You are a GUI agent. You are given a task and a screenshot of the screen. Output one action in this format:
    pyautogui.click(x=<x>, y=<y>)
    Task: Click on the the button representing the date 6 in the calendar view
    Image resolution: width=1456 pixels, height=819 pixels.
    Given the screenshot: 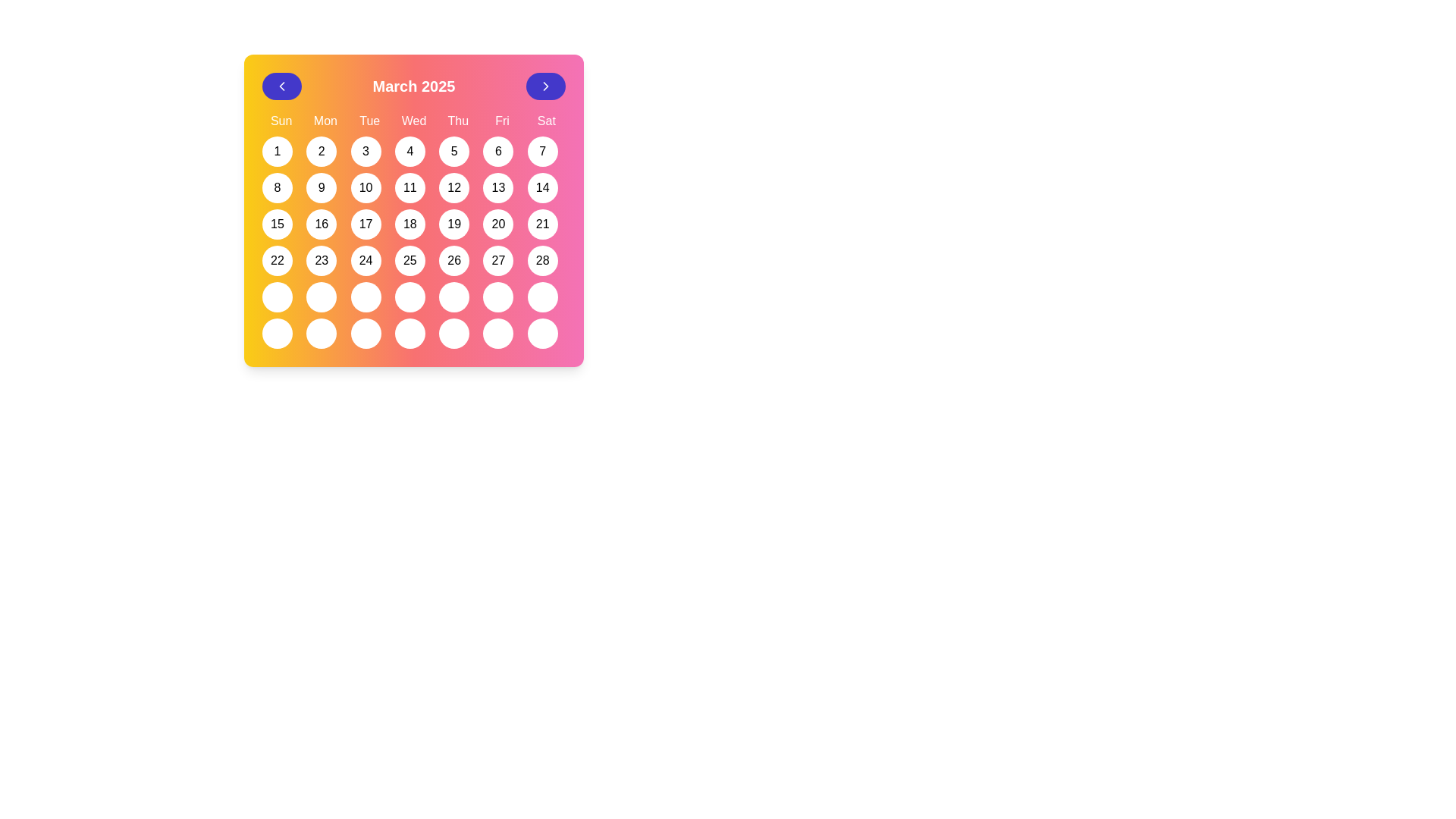 What is the action you would take?
    pyautogui.click(x=498, y=152)
    